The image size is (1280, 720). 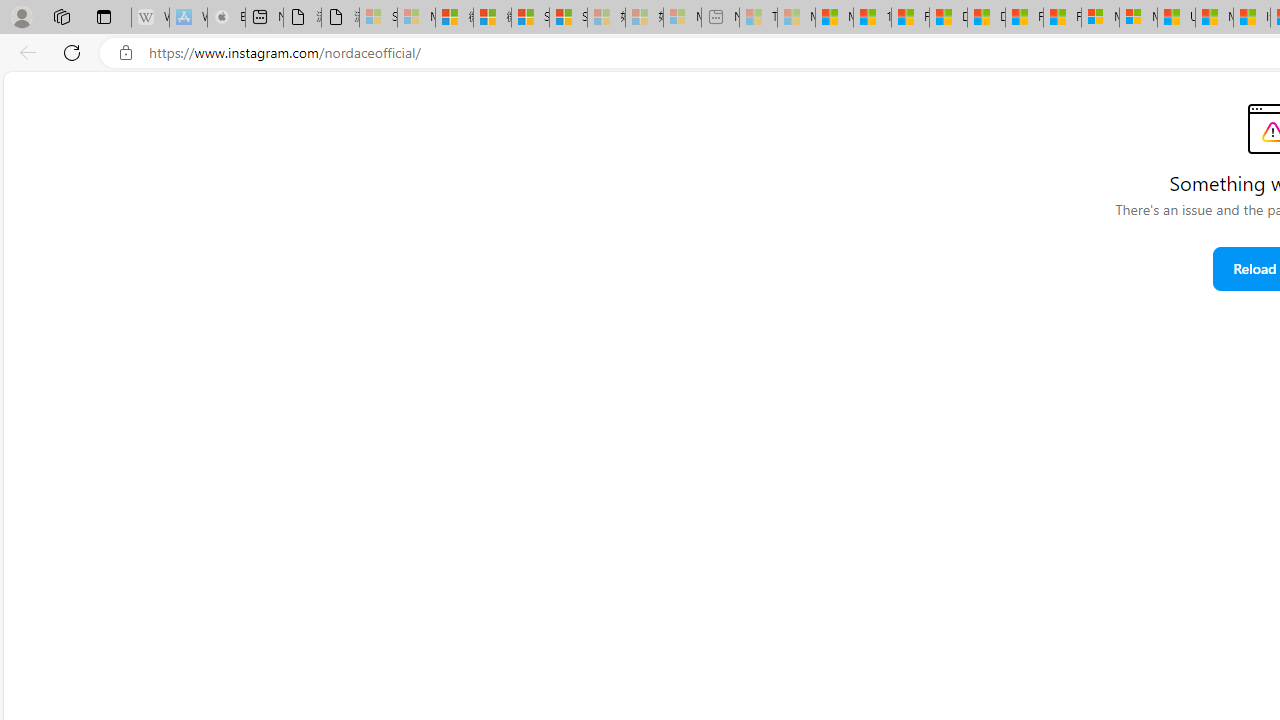 What do you see at coordinates (1062, 17) in the screenshot?
I see `'Foo BAR | Trusted Community Engagement and Contributions'` at bounding box center [1062, 17].